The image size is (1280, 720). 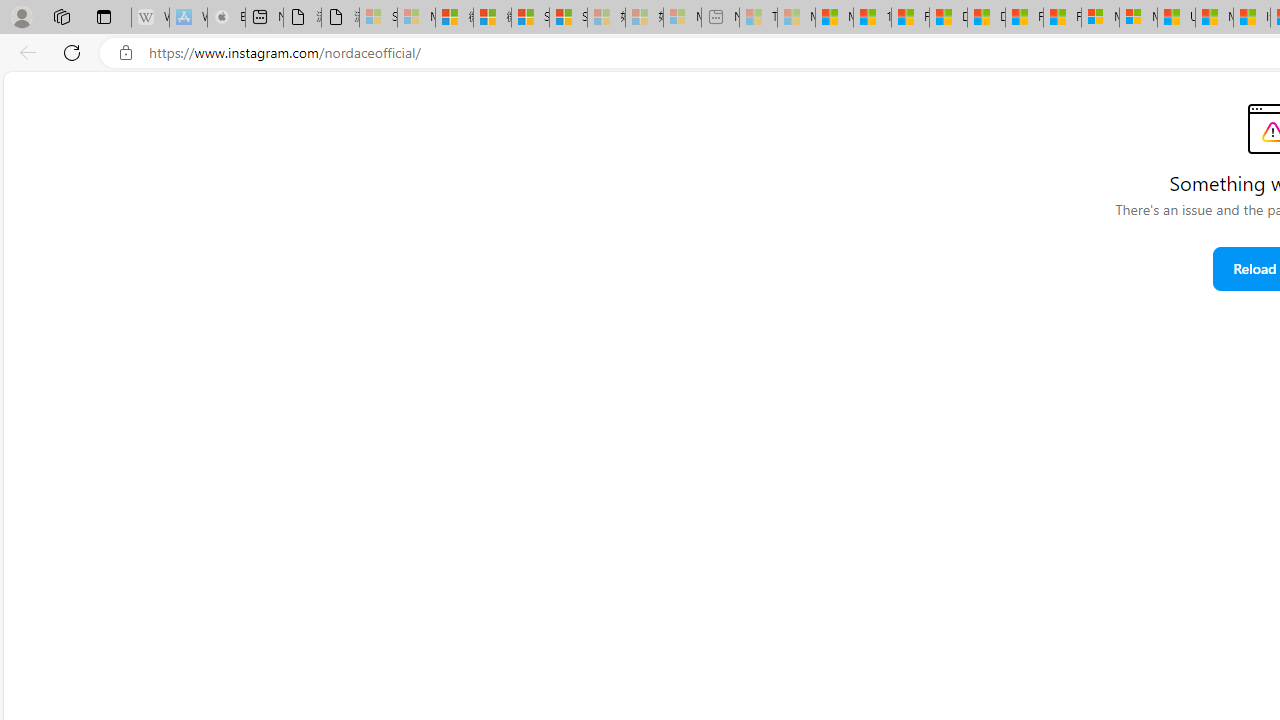 What do you see at coordinates (1062, 17) in the screenshot?
I see `'Foo BAR | Trusted Community Engagement and Contributions'` at bounding box center [1062, 17].